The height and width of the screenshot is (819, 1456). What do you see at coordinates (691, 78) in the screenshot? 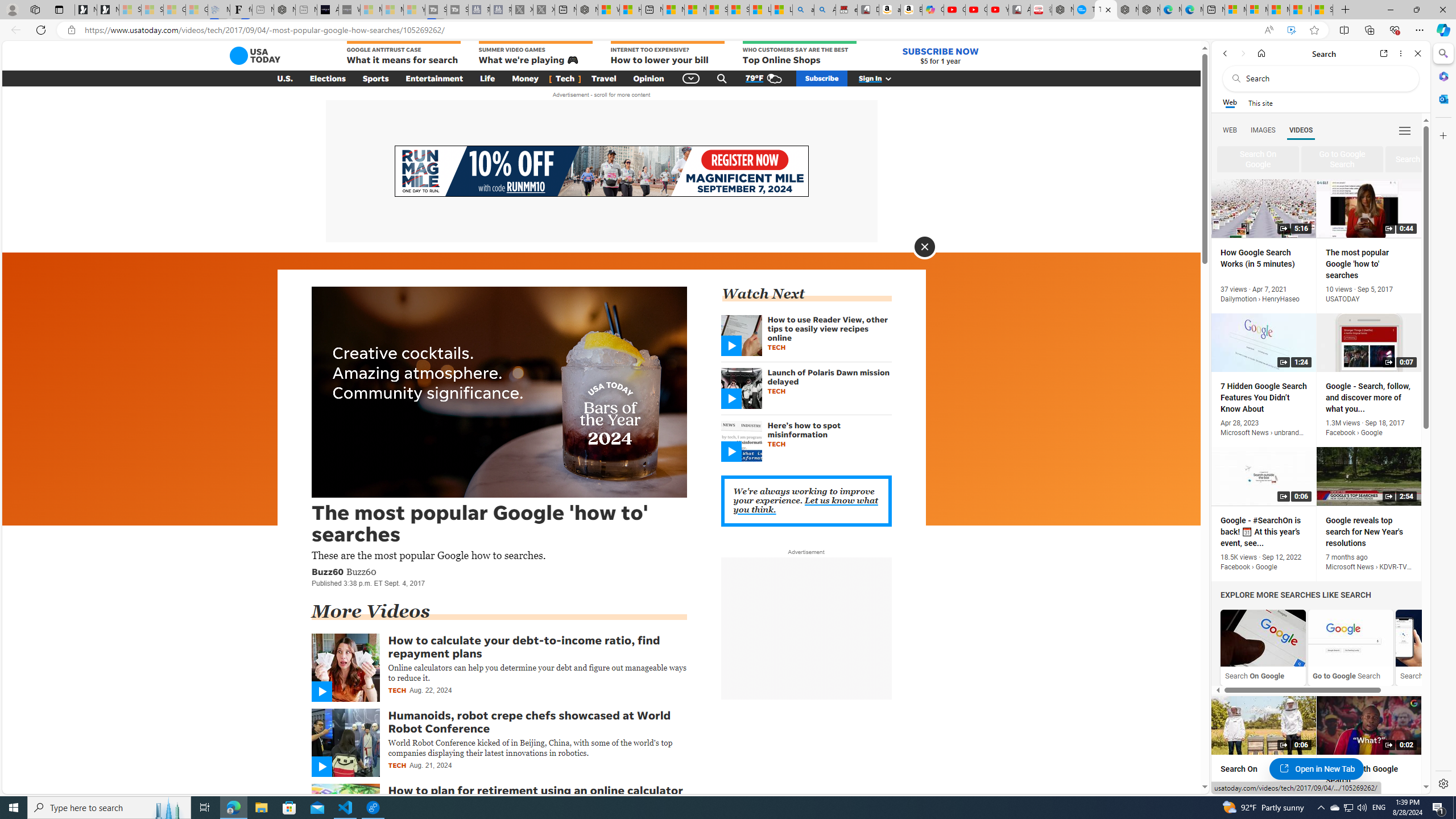
I see `'Class: gnt_n_dd_bt_svg'` at bounding box center [691, 78].